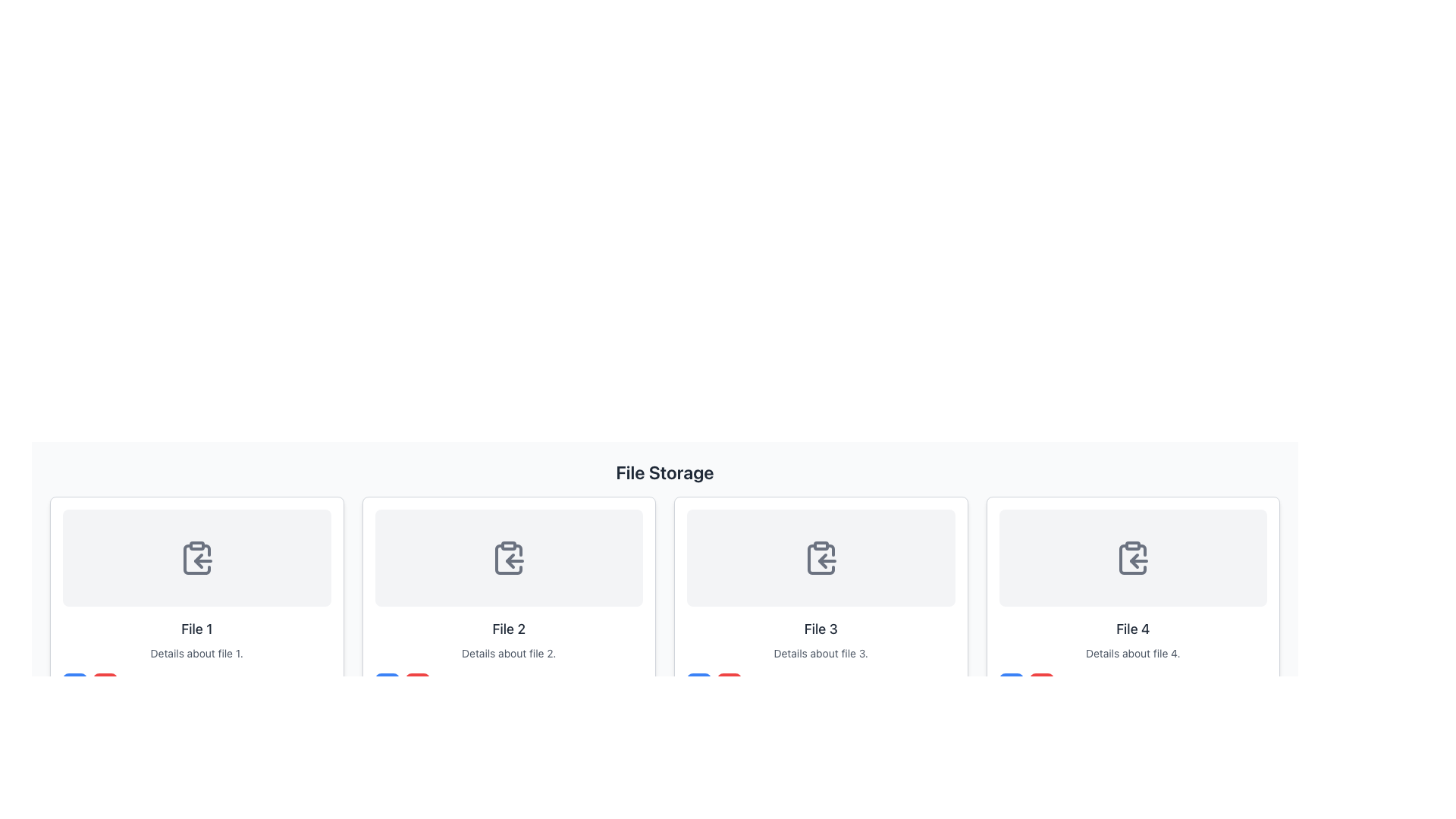 The image size is (1456, 819). Describe the element at coordinates (1133, 629) in the screenshot. I see `the text label that identifies the file in the last card of the grid` at that location.